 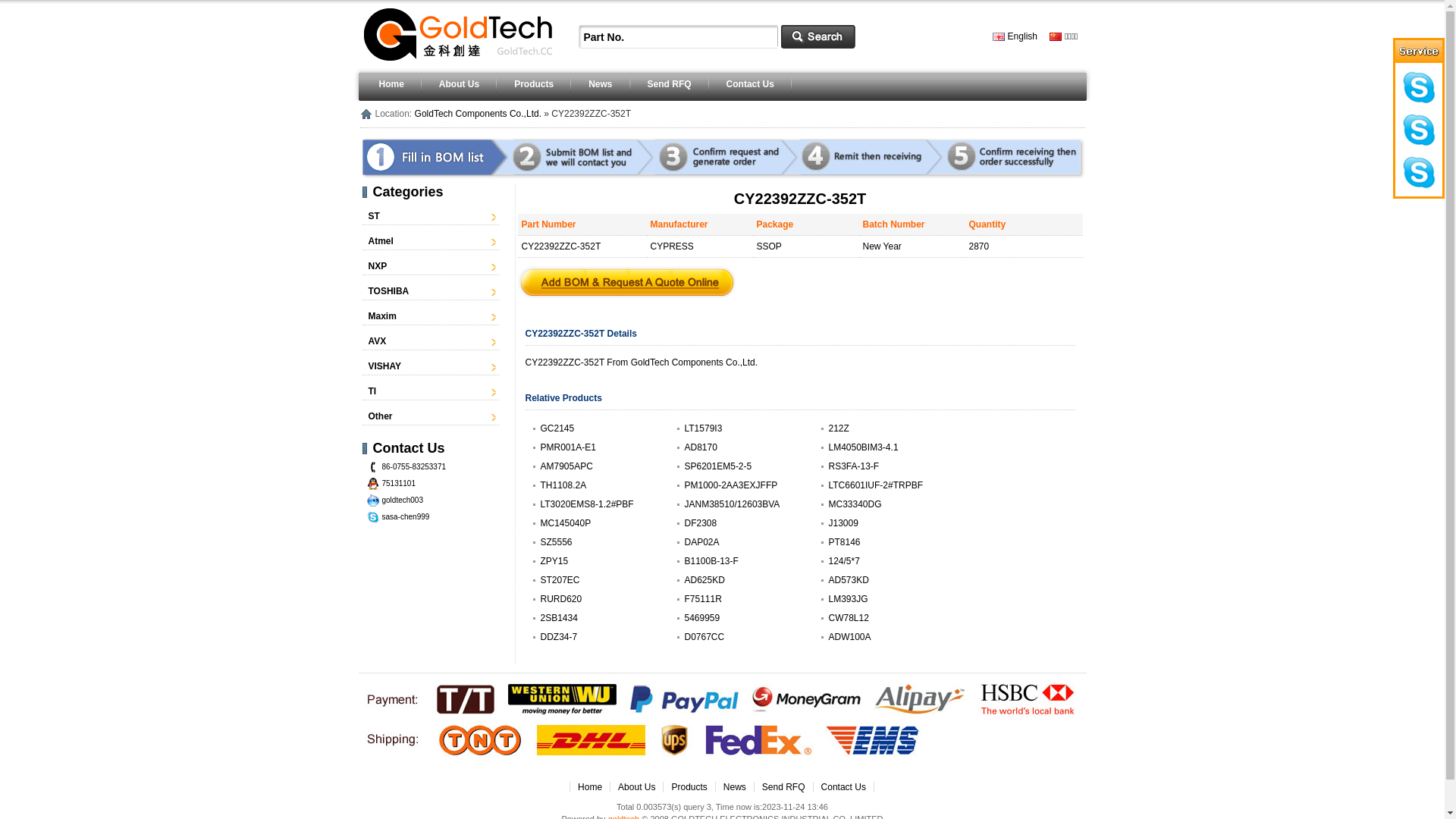 I want to click on 'SP6201EM5-2-5', so click(x=717, y=465).